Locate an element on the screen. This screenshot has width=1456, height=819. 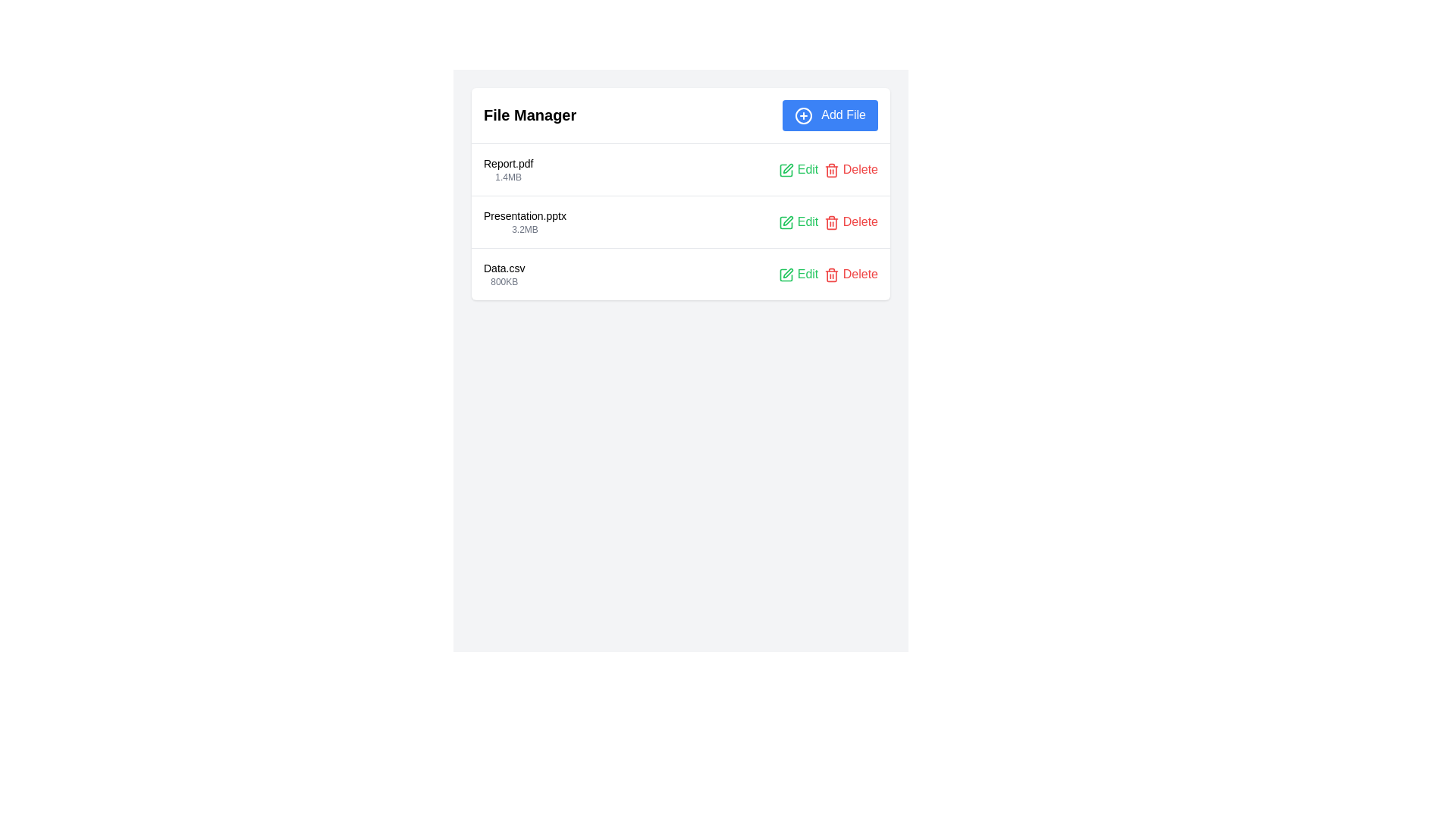
the Icon button located adjacent to the 'Report.pdf' file listing is located at coordinates (786, 170).